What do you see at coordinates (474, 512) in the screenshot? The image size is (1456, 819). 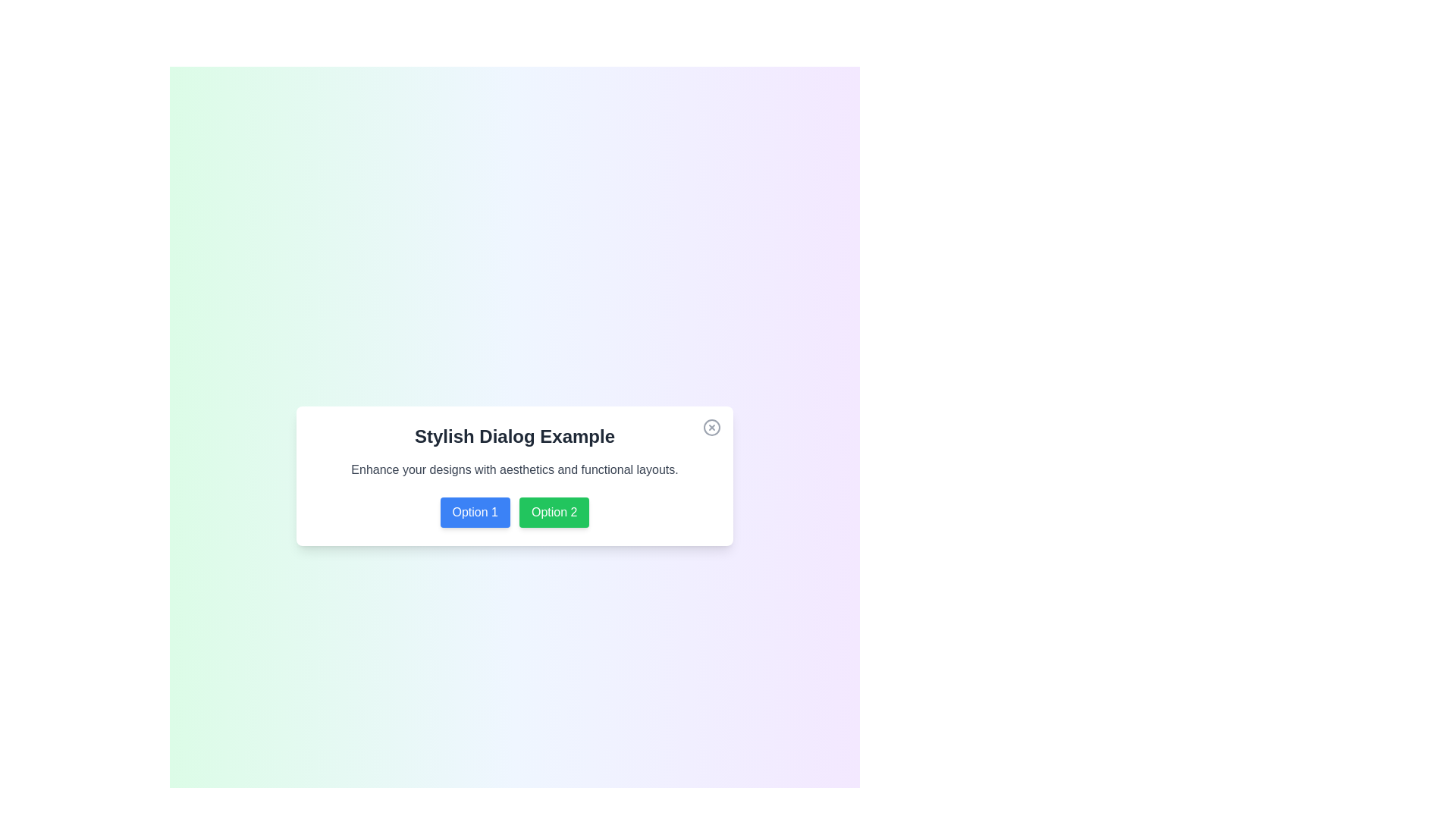 I see `'Option 1' button to trigger its associated action` at bounding box center [474, 512].